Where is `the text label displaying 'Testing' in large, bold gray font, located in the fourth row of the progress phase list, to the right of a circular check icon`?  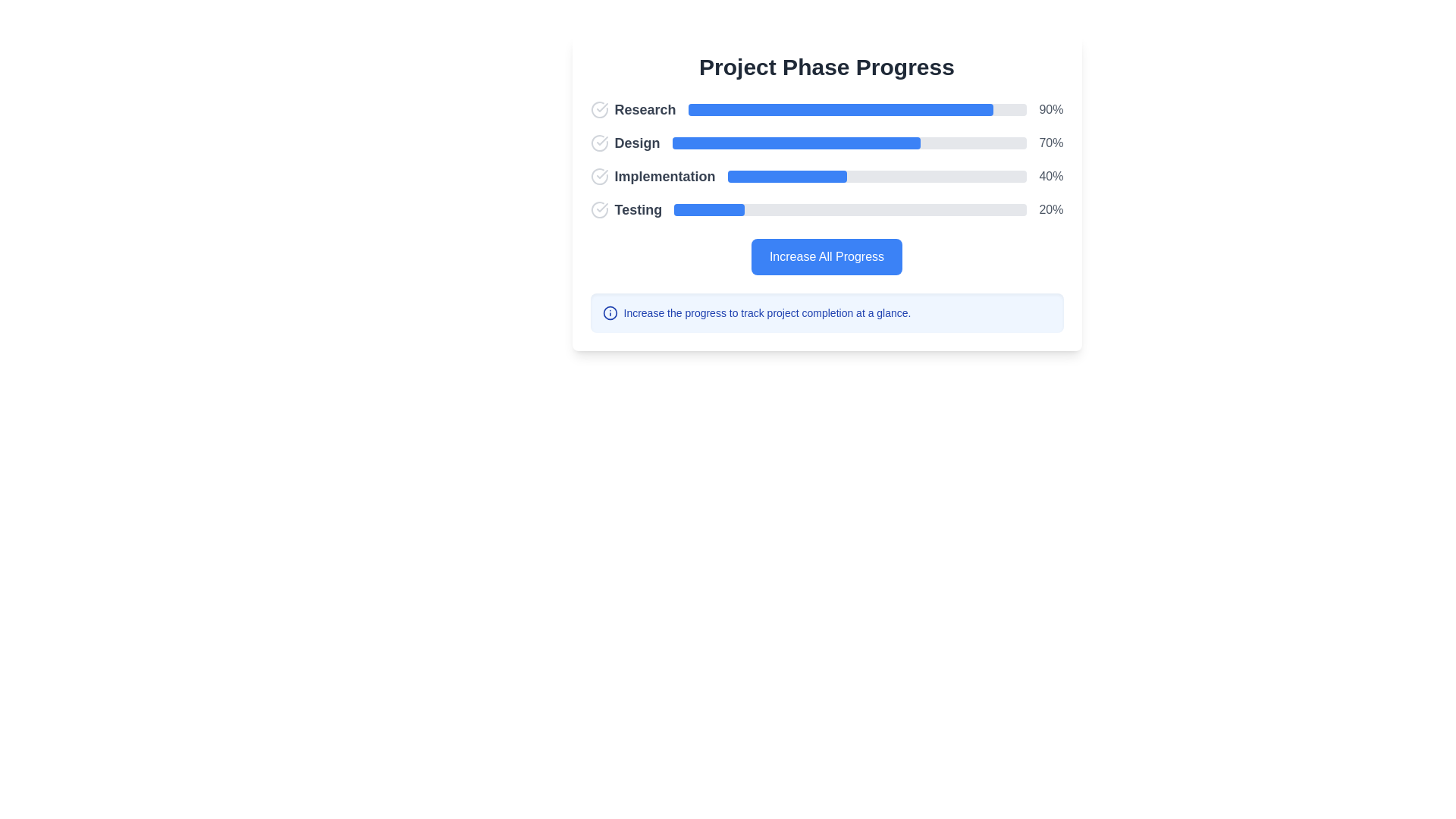 the text label displaying 'Testing' in large, bold gray font, located in the fourth row of the progress phase list, to the right of a circular check icon is located at coordinates (638, 210).